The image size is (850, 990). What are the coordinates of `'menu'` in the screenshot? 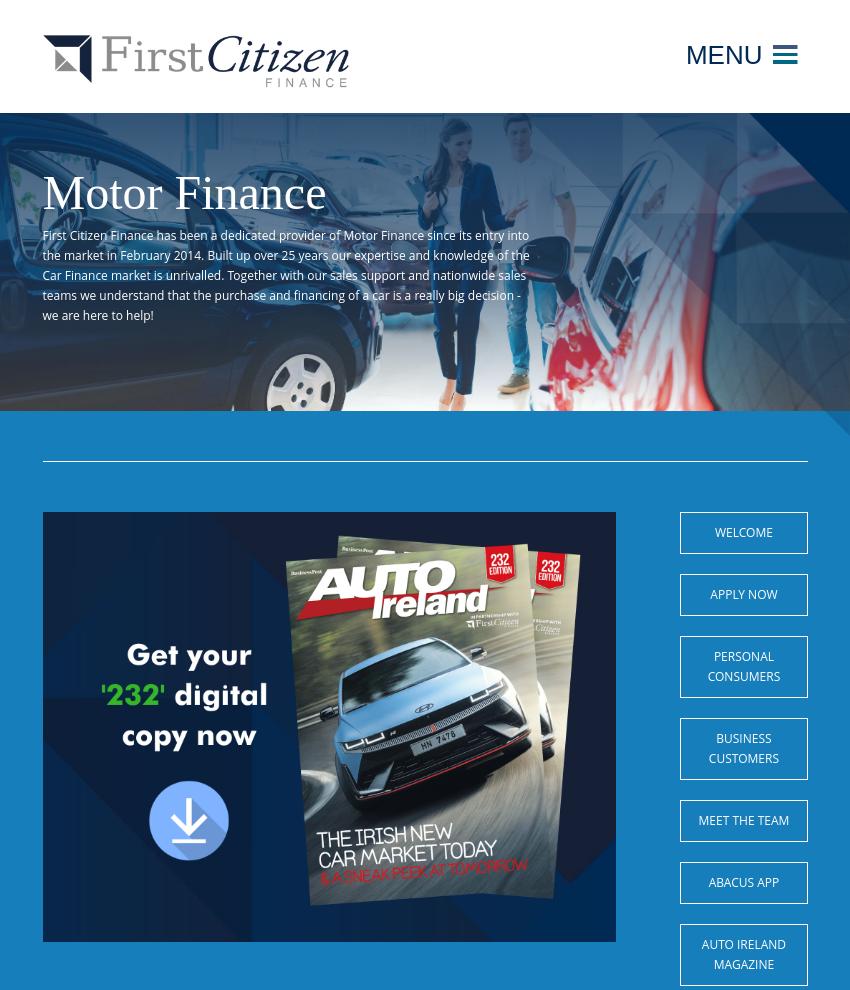 It's located at (722, 55).